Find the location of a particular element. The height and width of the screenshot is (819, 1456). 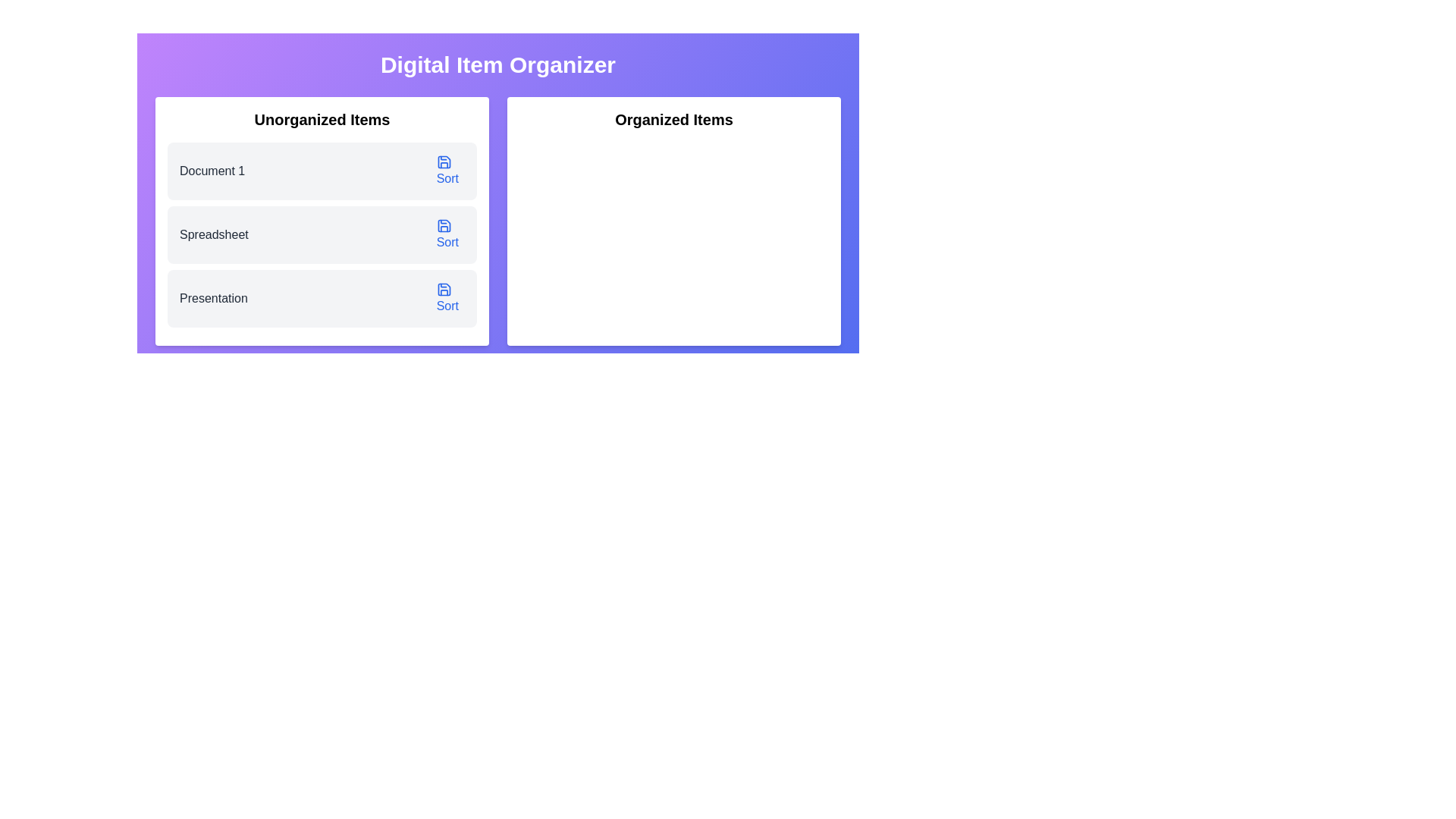

the interactive button associated with the 'Presentation' item in the 'Unorganized Items' section is located at coordinates (447, 298).